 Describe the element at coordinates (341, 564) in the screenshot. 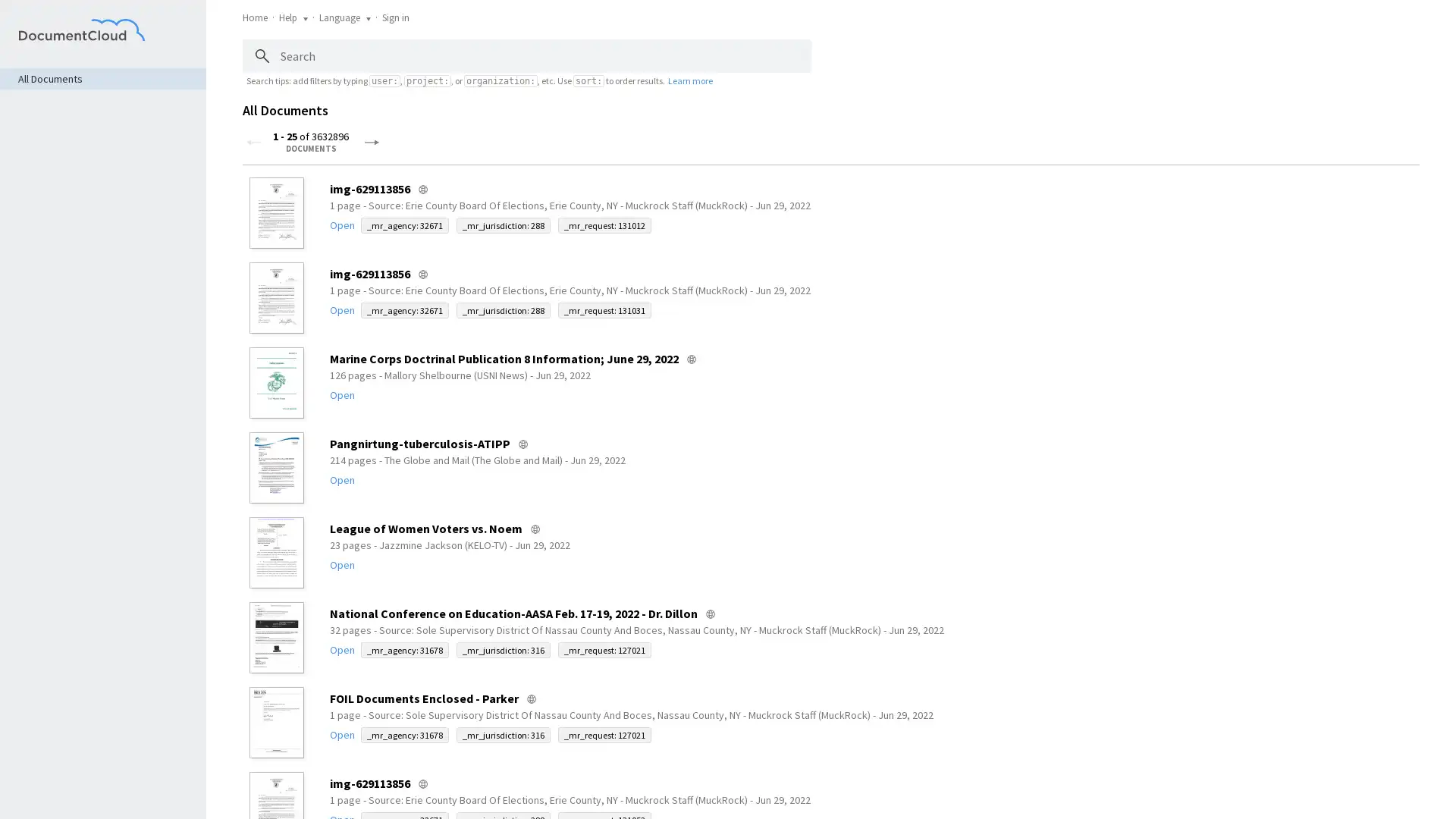

I see `Open` at that location.